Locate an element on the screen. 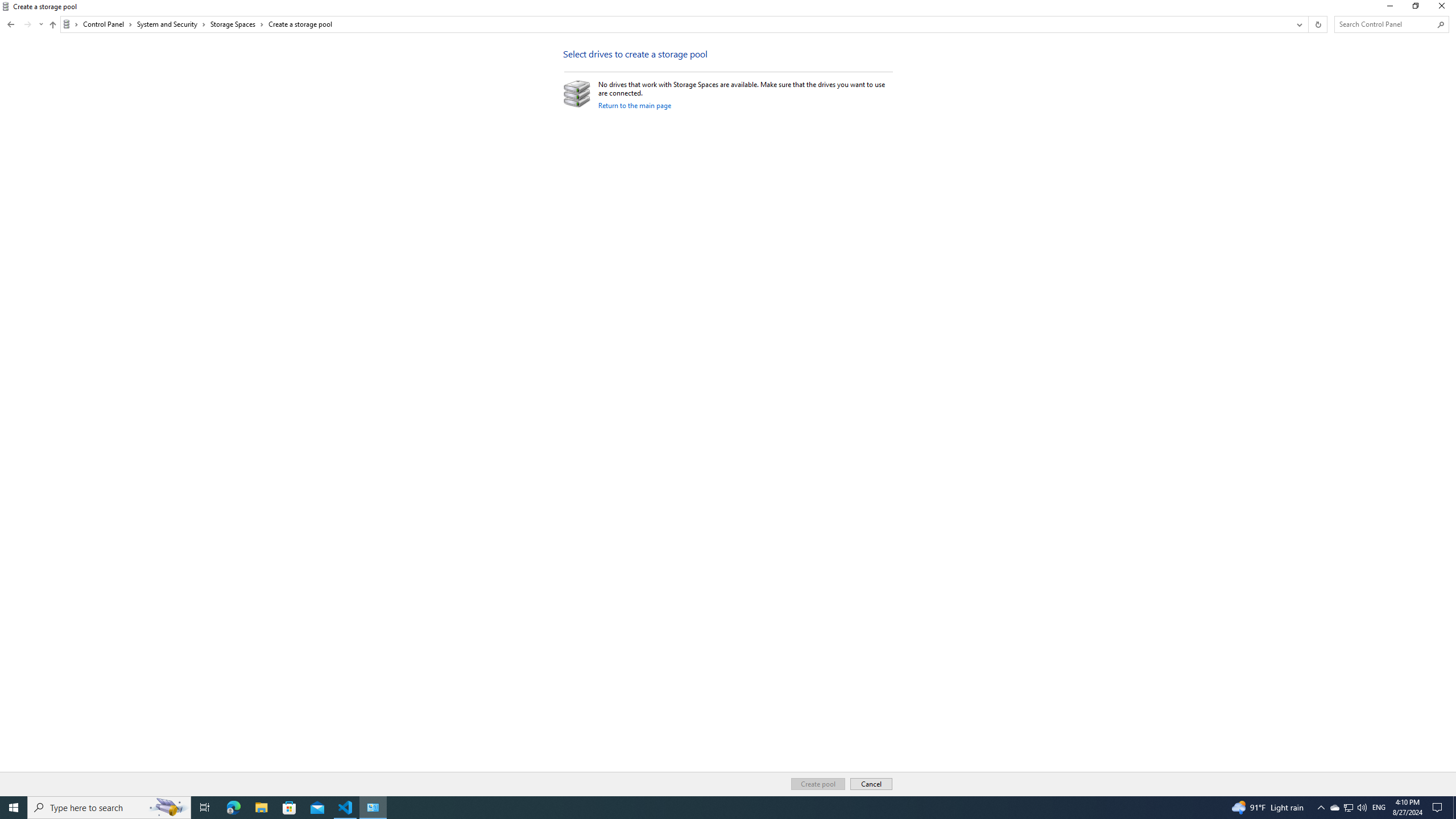 This screenshot has width=1456, height=819. 'Up band toolbar' is located at coordinates (53, 26).